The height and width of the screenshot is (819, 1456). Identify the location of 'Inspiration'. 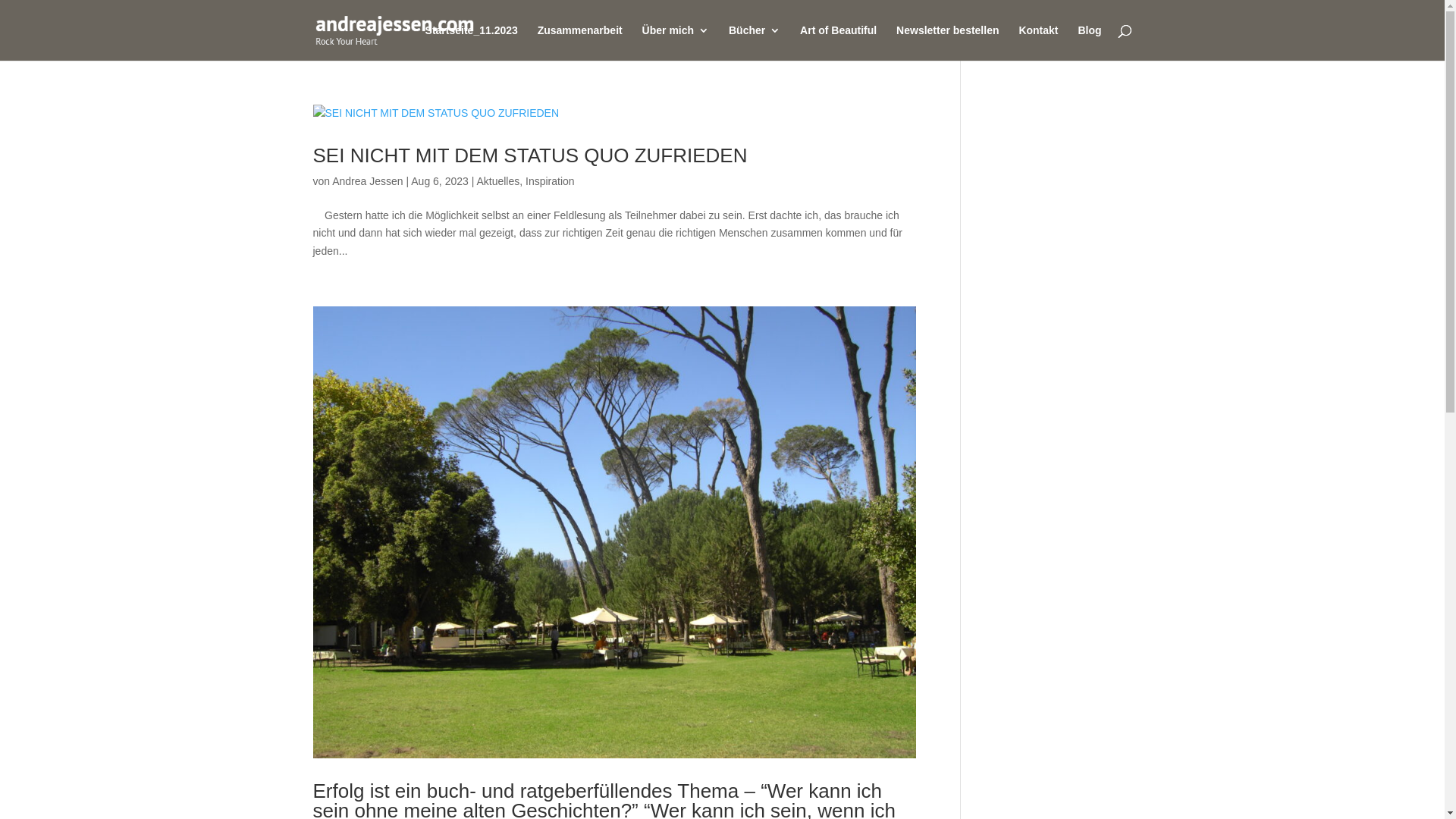
(549, 180).